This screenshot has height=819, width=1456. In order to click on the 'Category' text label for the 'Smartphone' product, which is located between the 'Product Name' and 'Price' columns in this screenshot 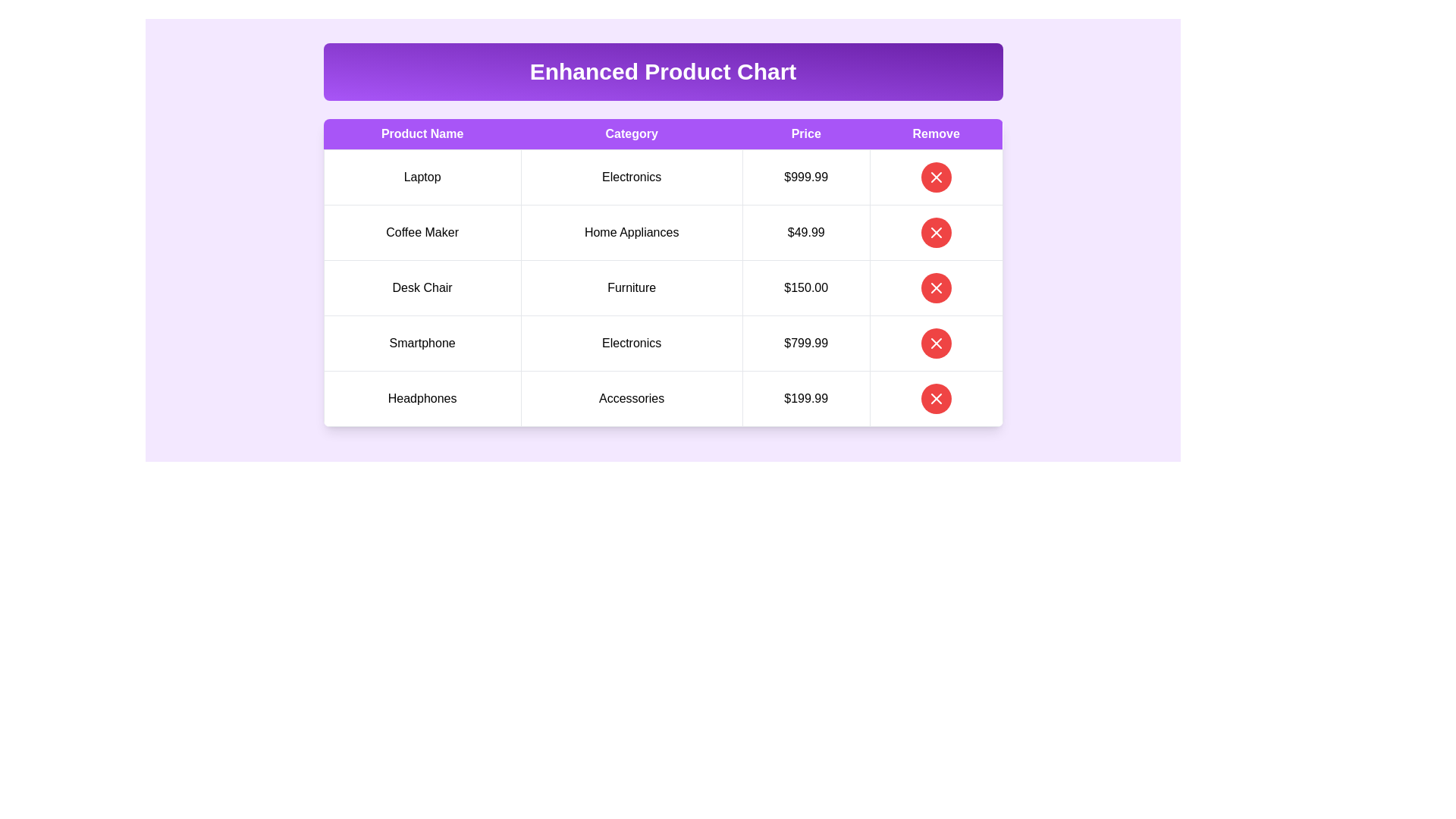, I will do `click(632, 343)`.